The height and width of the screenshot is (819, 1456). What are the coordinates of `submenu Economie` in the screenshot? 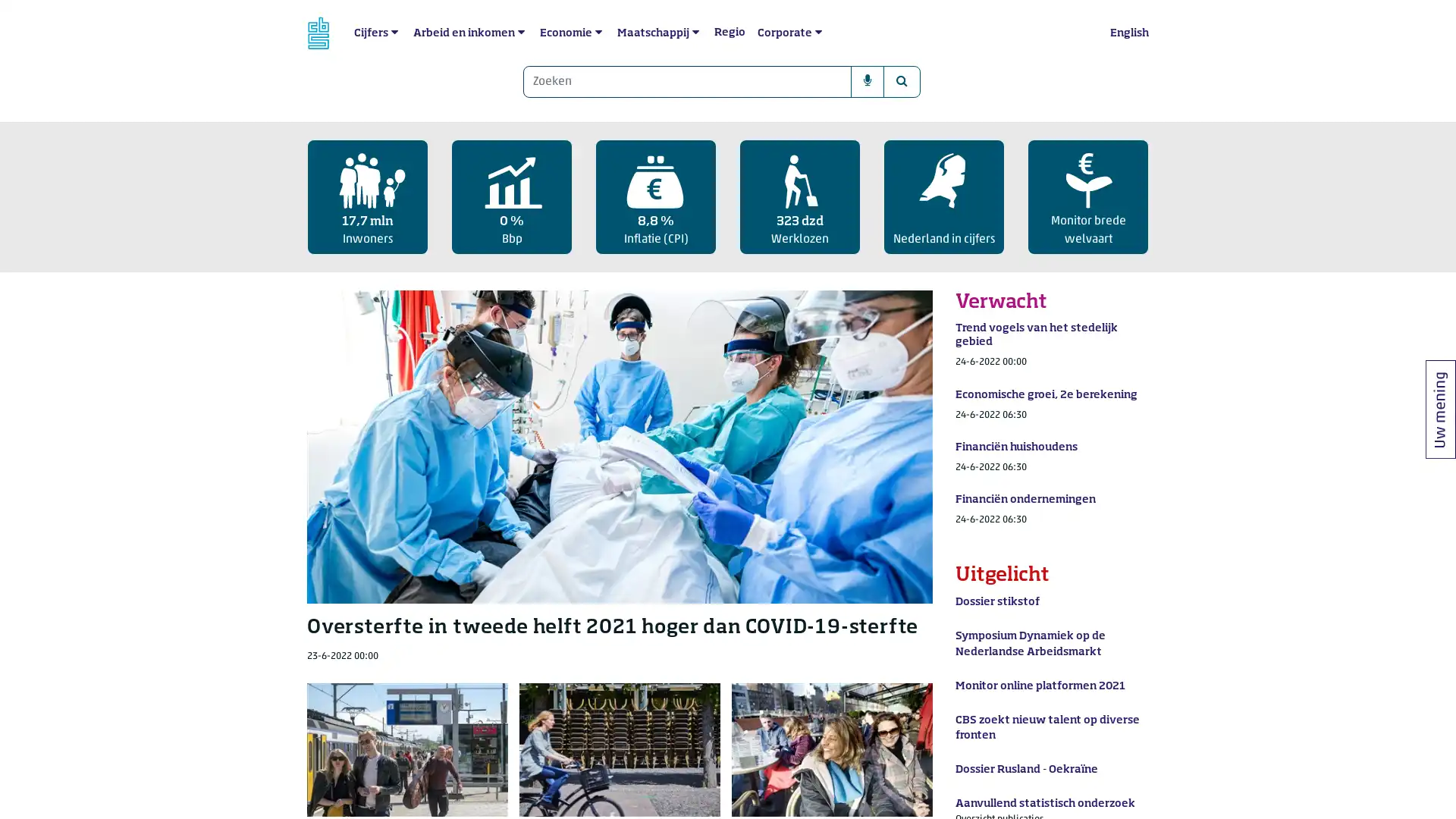 It's located at (598, 32).